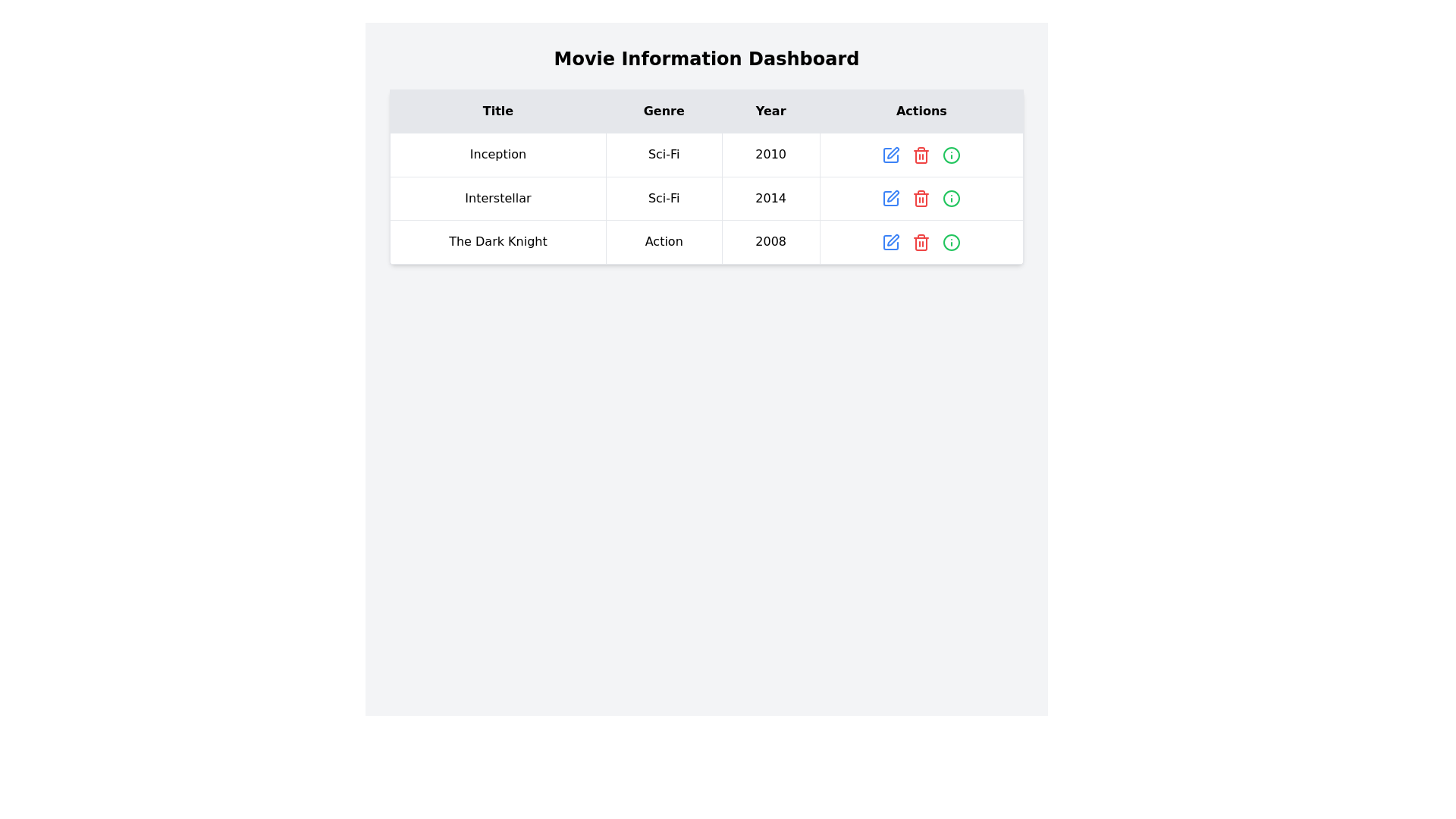 This screenshot has width=1456, height=819. What do you see at coordinates (951, 197) in the screenshot?
I see `the icon button with an 'info' symbol located in the Actions column of the row representing 'Interstellar'` at bounding box center [951, 197].